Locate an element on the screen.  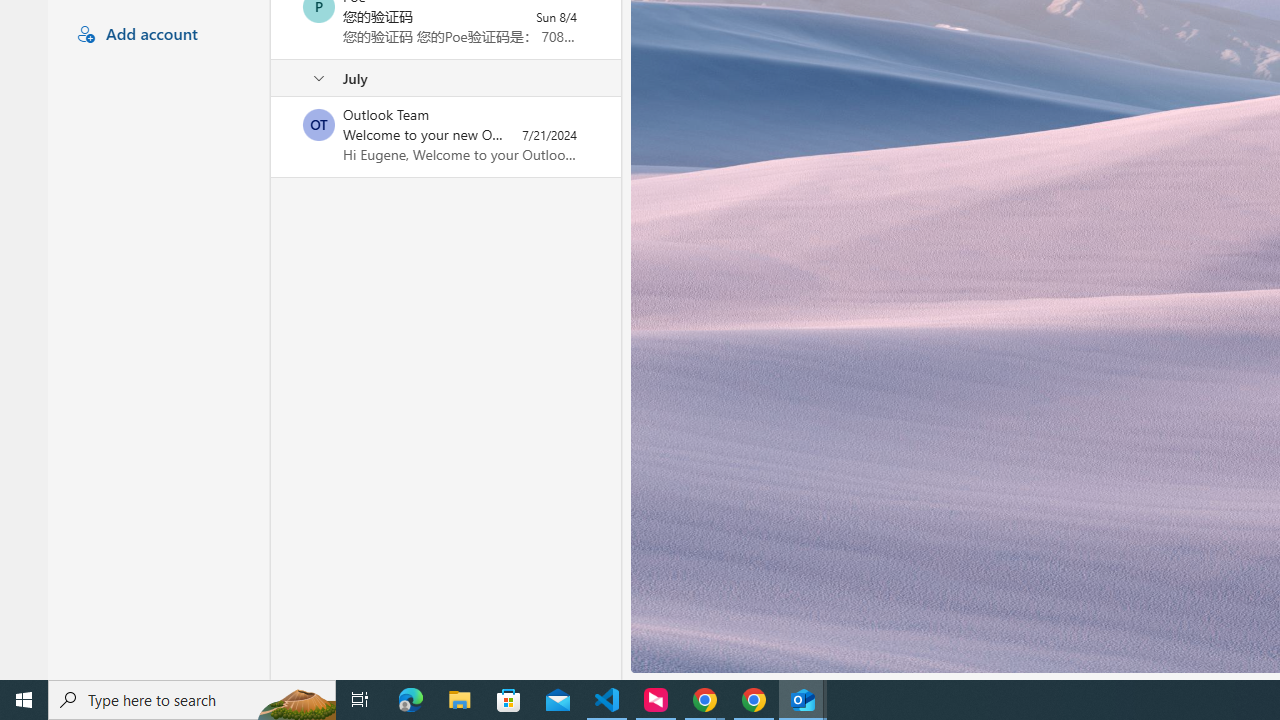
'Mark as unread' is located at coordinates (272, 136).